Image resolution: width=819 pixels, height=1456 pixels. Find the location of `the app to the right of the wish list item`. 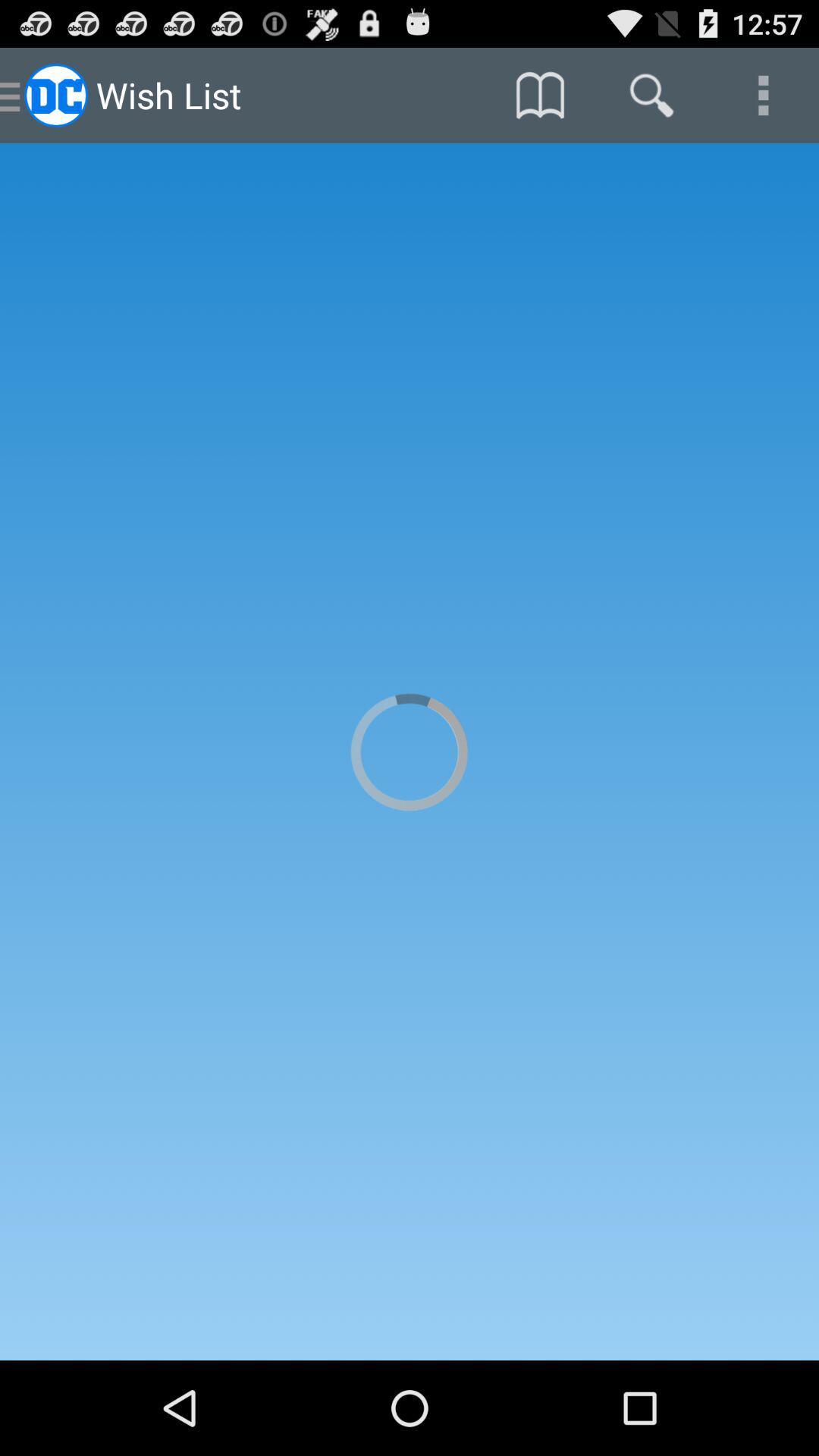

the app to the right of the wish list item is located at coordinates (539, 94).